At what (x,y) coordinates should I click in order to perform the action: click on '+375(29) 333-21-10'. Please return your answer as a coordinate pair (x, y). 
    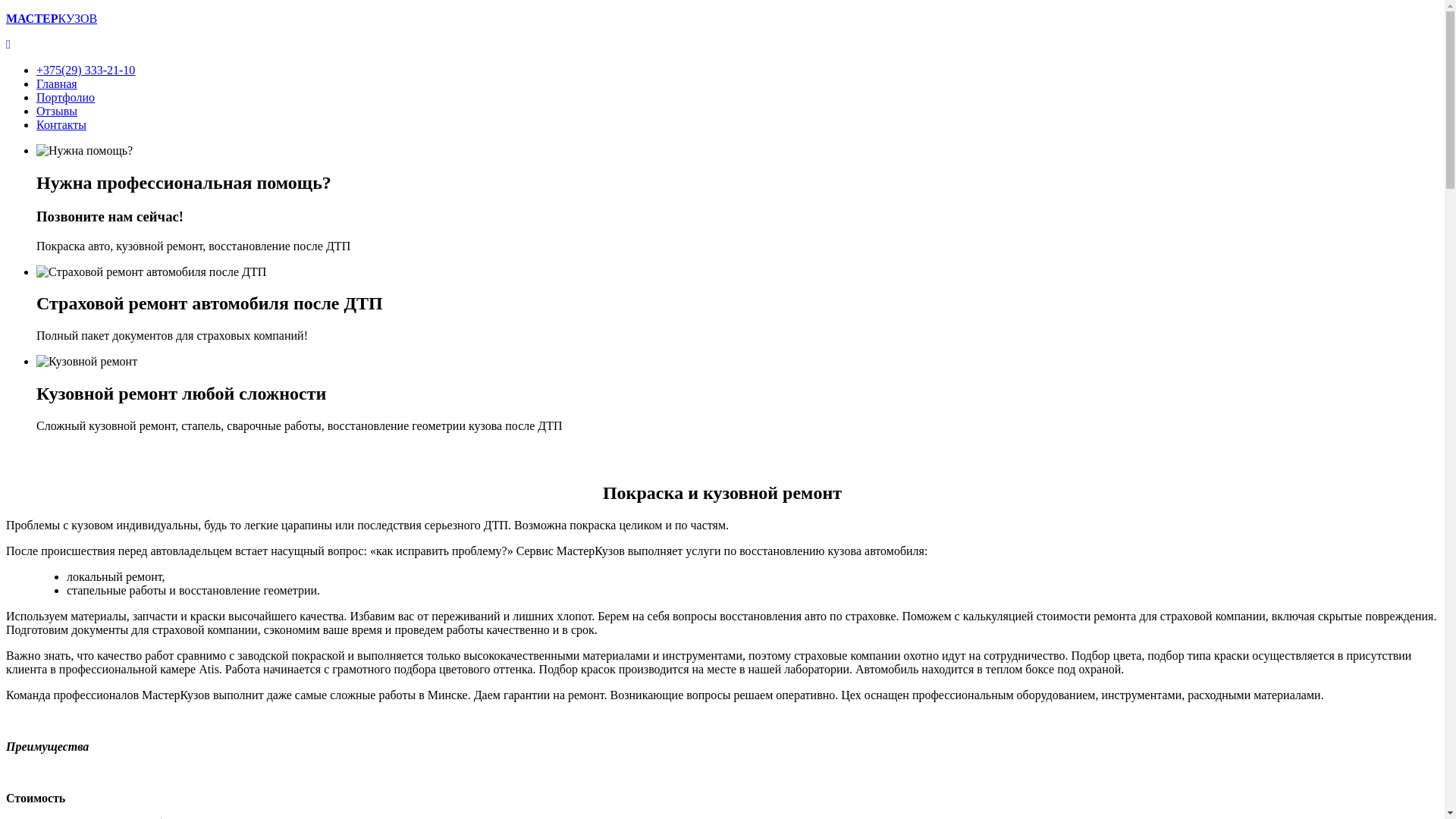
    Looking at the image, I should click on (85, 70).